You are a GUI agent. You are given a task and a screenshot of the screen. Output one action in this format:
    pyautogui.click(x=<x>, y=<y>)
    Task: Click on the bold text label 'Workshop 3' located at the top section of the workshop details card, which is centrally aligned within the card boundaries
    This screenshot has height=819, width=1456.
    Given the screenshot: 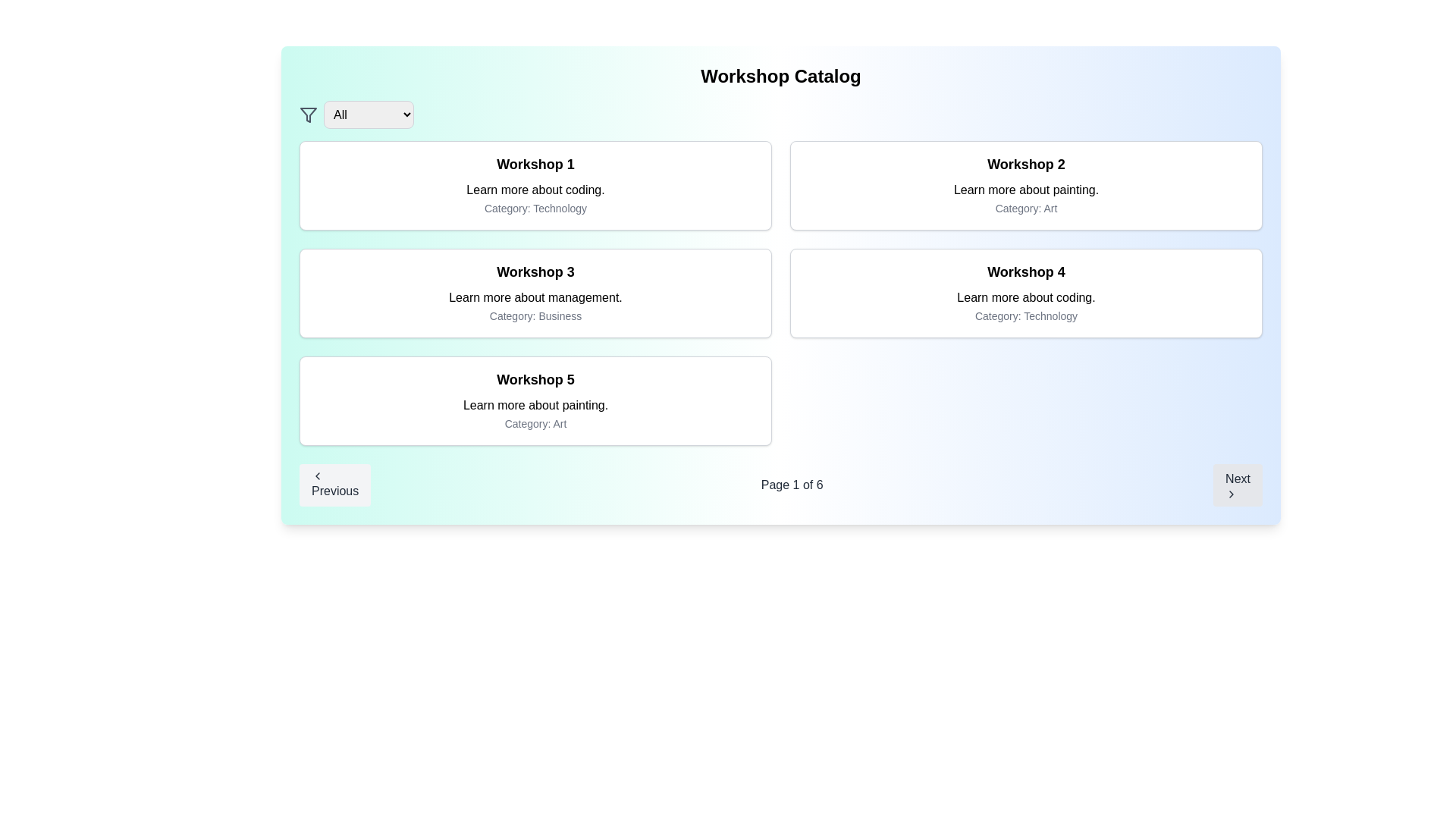 What is the action you would take?
    pyautogui.click(x=535, y=271)
    